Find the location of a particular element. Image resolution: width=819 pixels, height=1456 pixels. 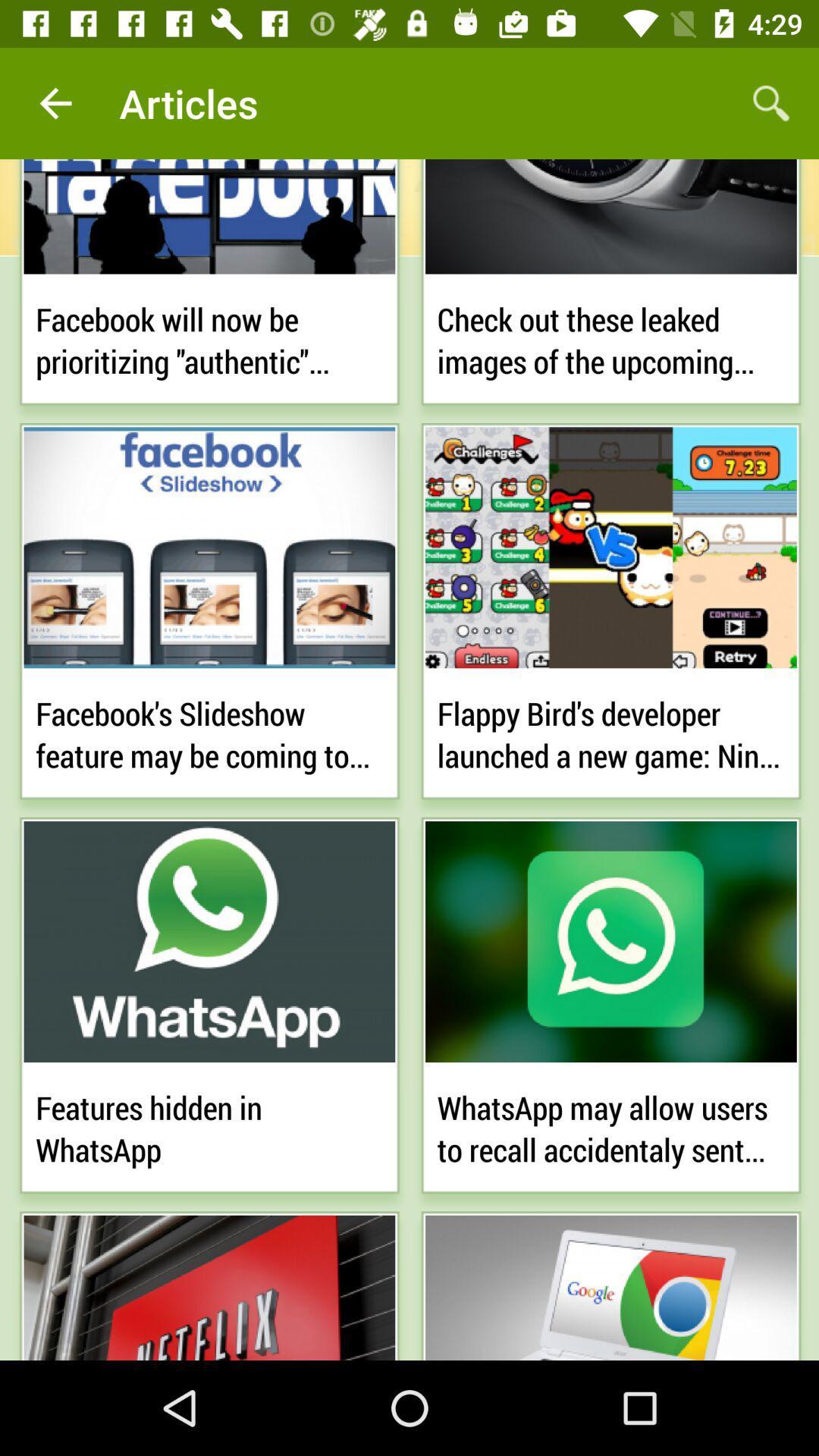

features hidden in icon is located at coordinates (209, 1125).